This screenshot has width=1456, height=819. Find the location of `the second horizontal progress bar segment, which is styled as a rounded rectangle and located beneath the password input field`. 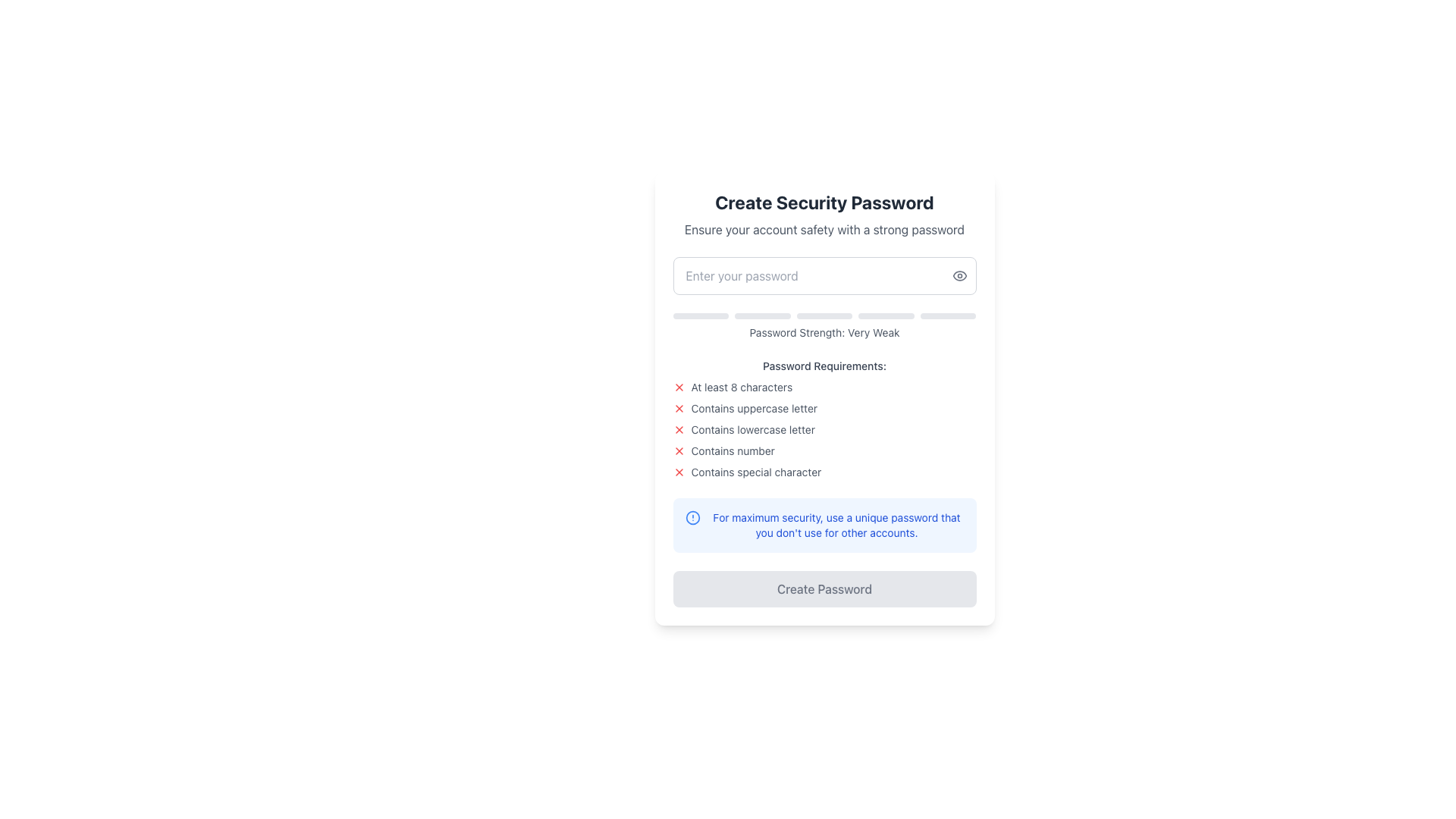

the second horizontal progress bar segment, which is styled as a rounded rectangle and located beneath the password input field is located at coordinates (762, 315).